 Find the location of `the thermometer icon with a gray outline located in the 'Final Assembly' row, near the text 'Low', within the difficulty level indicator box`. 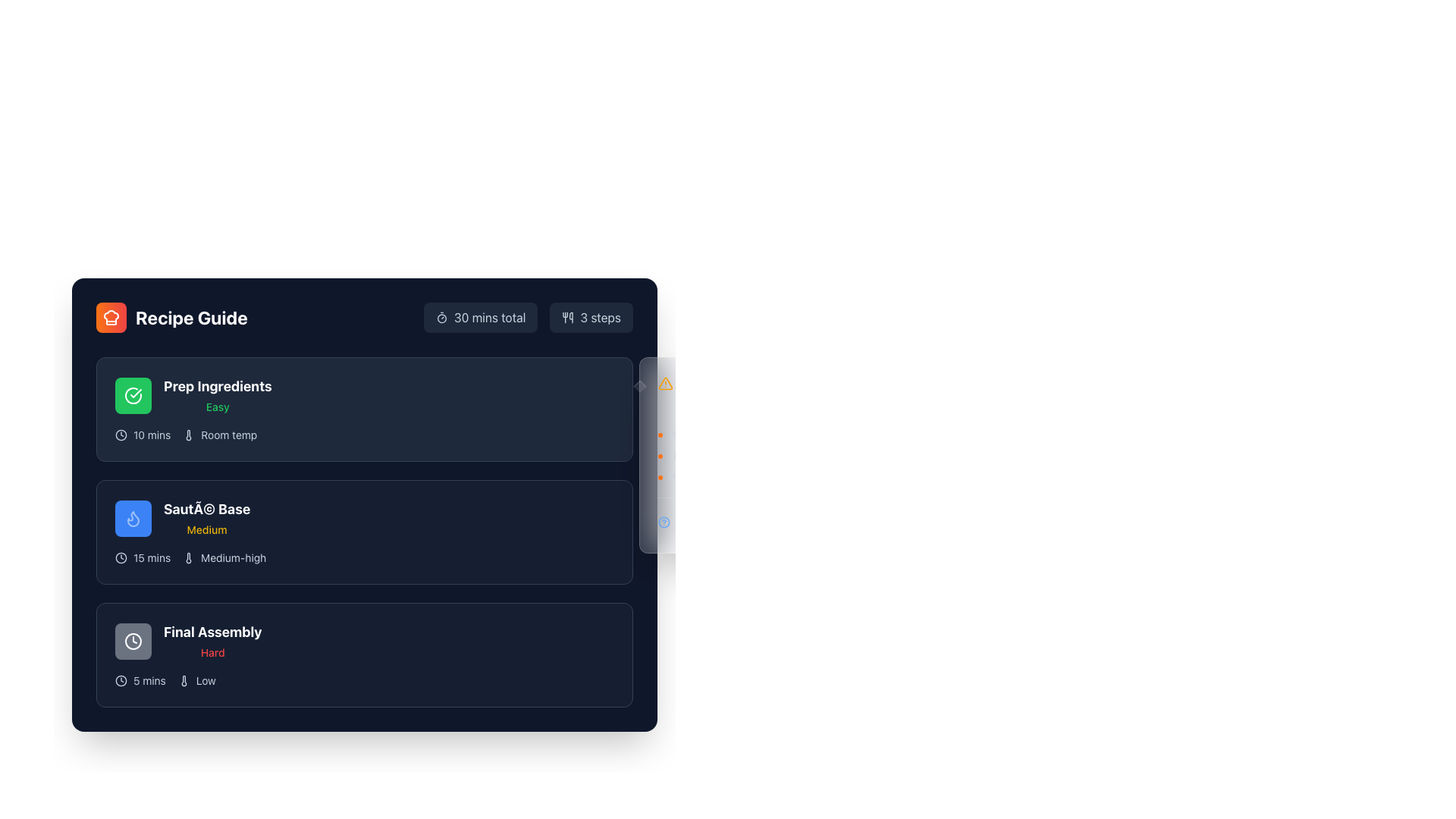

the thermometer icon with a gray outline located in the 'Final Assembly' row, near the text 'Low', within the difficulty level indicator box is located at coordinates (183, 680).